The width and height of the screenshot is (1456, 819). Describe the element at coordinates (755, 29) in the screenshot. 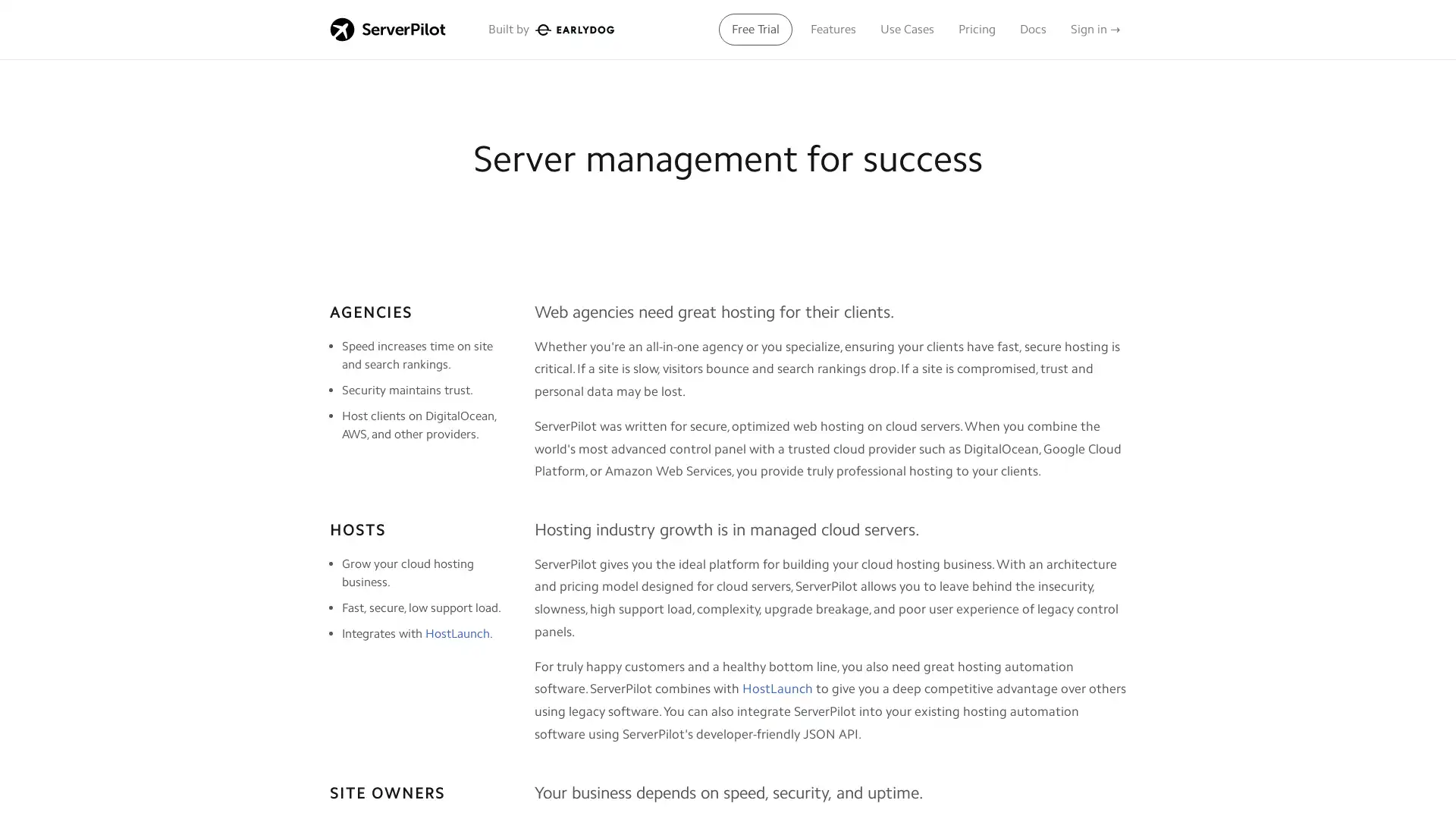

I see `Free Trial` at that location.